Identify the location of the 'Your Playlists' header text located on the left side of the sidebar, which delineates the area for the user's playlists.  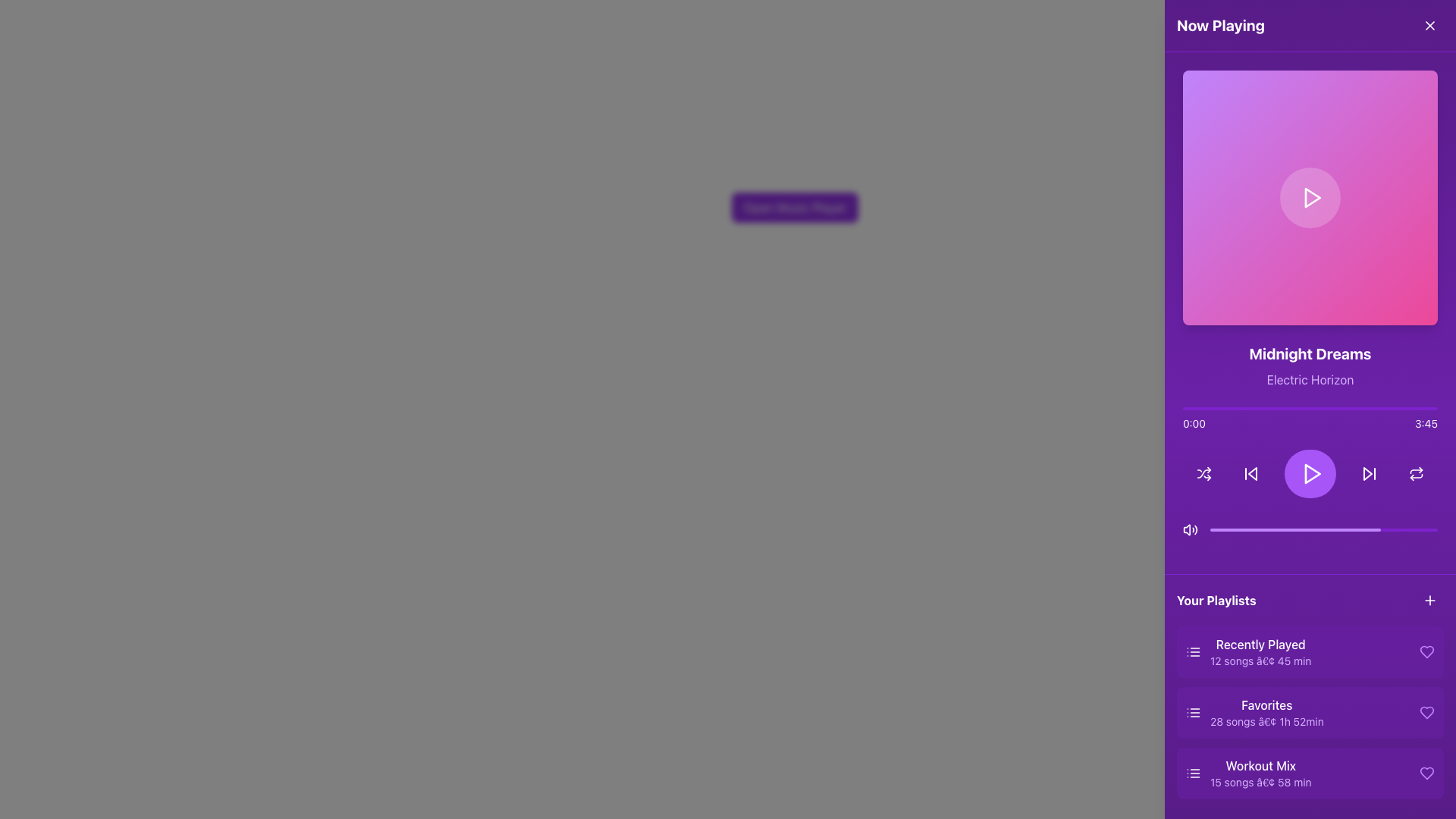
(1216, 599).